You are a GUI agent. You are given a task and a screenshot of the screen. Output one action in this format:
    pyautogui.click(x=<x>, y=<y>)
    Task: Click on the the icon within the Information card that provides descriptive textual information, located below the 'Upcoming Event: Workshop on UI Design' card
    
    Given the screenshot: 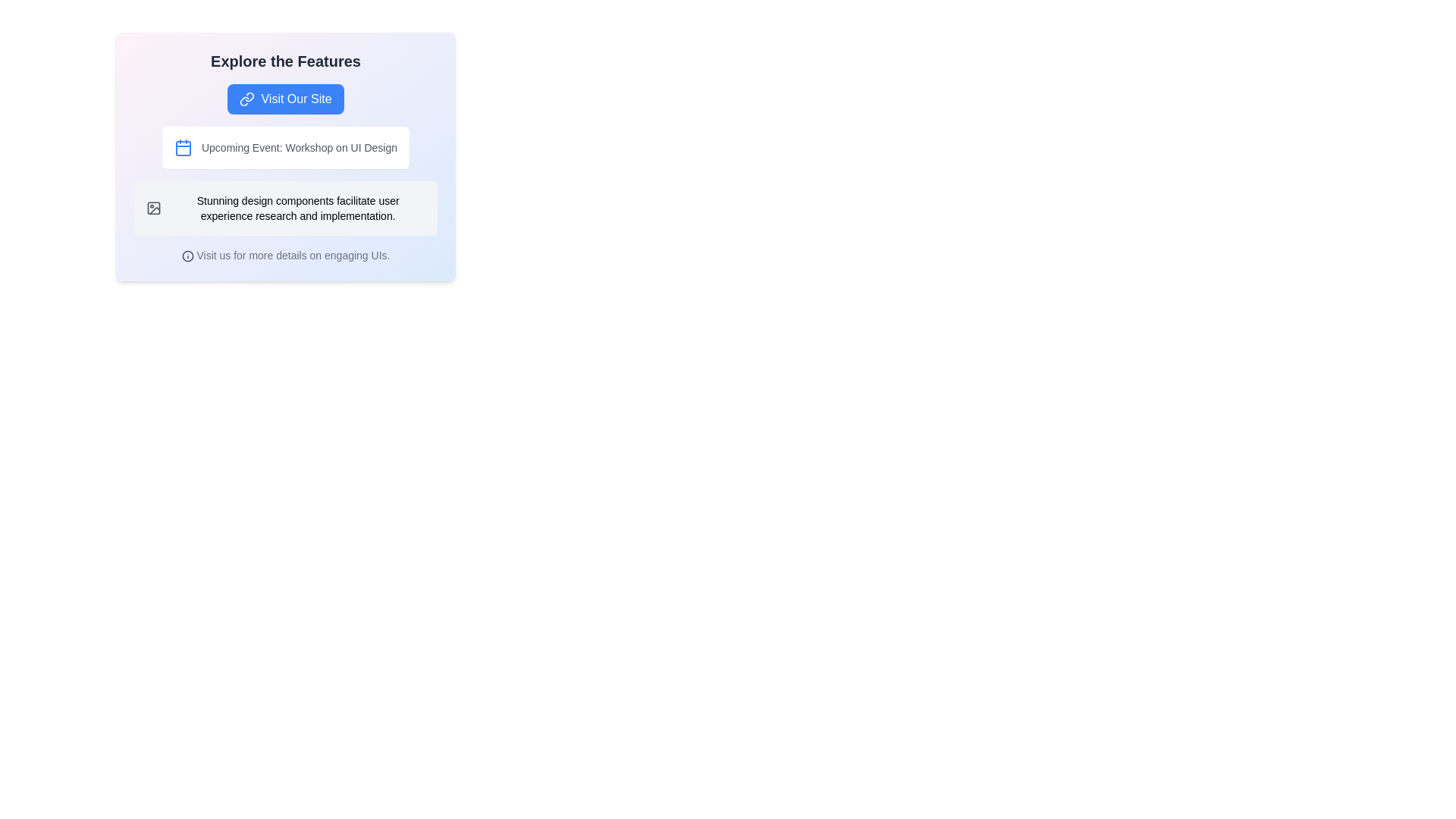 What is the action you would take?
    pyautogui.click(x=286, y=208)
    